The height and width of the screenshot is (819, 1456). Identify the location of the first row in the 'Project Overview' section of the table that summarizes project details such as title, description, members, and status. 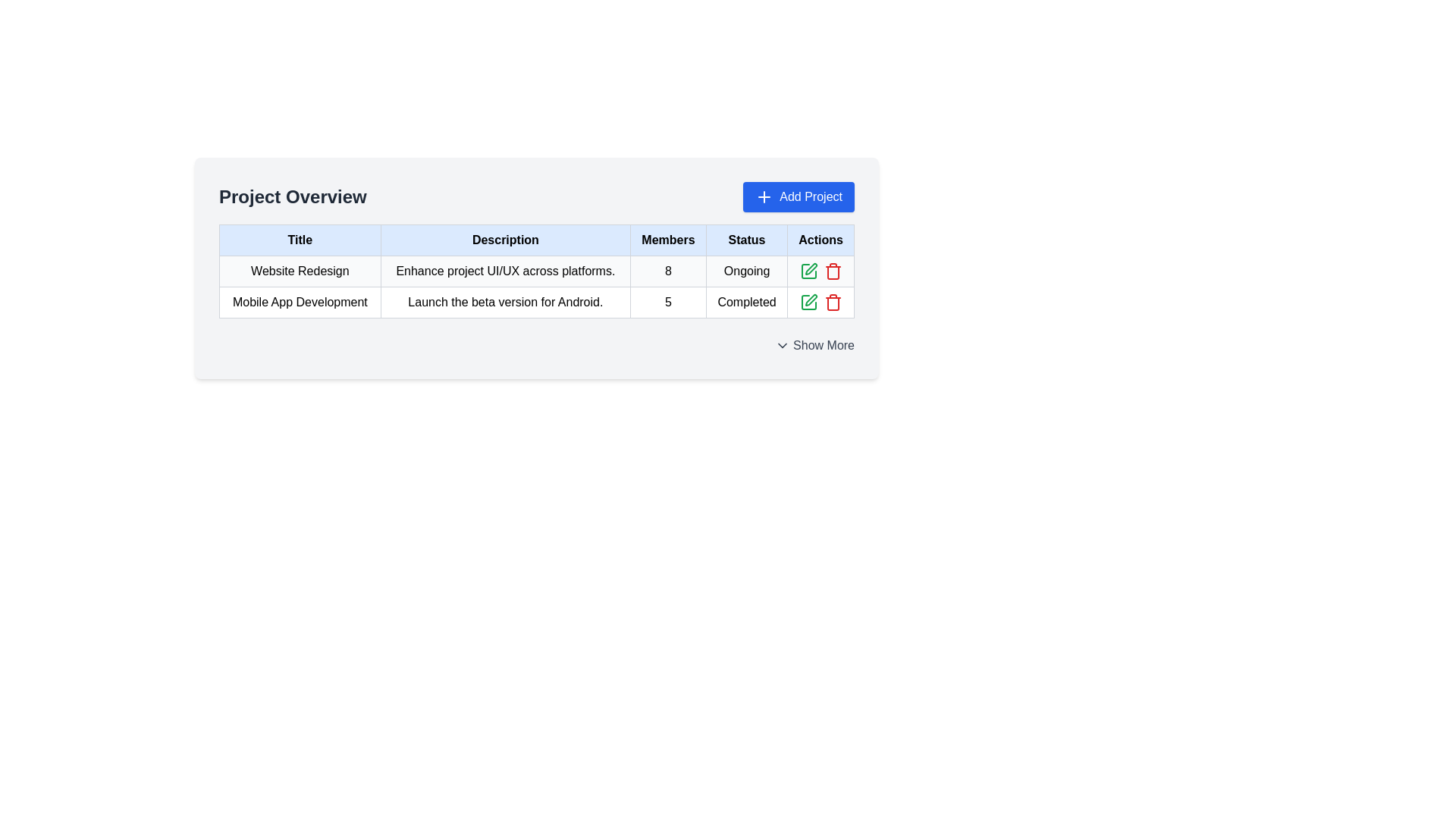
(537, 287).